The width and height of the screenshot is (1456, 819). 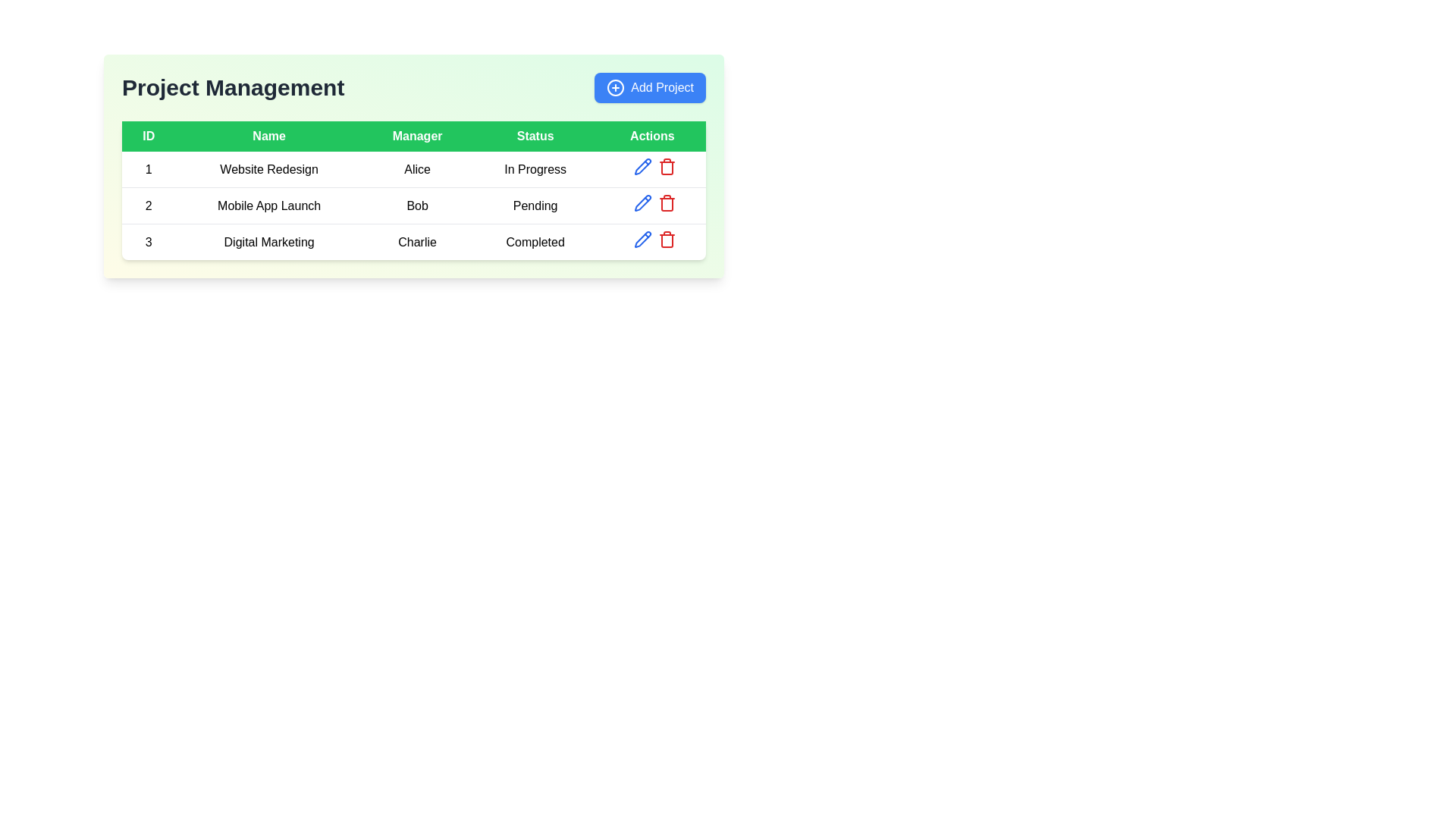 I want to click on the static text label displaying 'Completed' in the 'Status' column of the table corresponding to the 'Digital Marketing' row, so click(x=535, y=241).